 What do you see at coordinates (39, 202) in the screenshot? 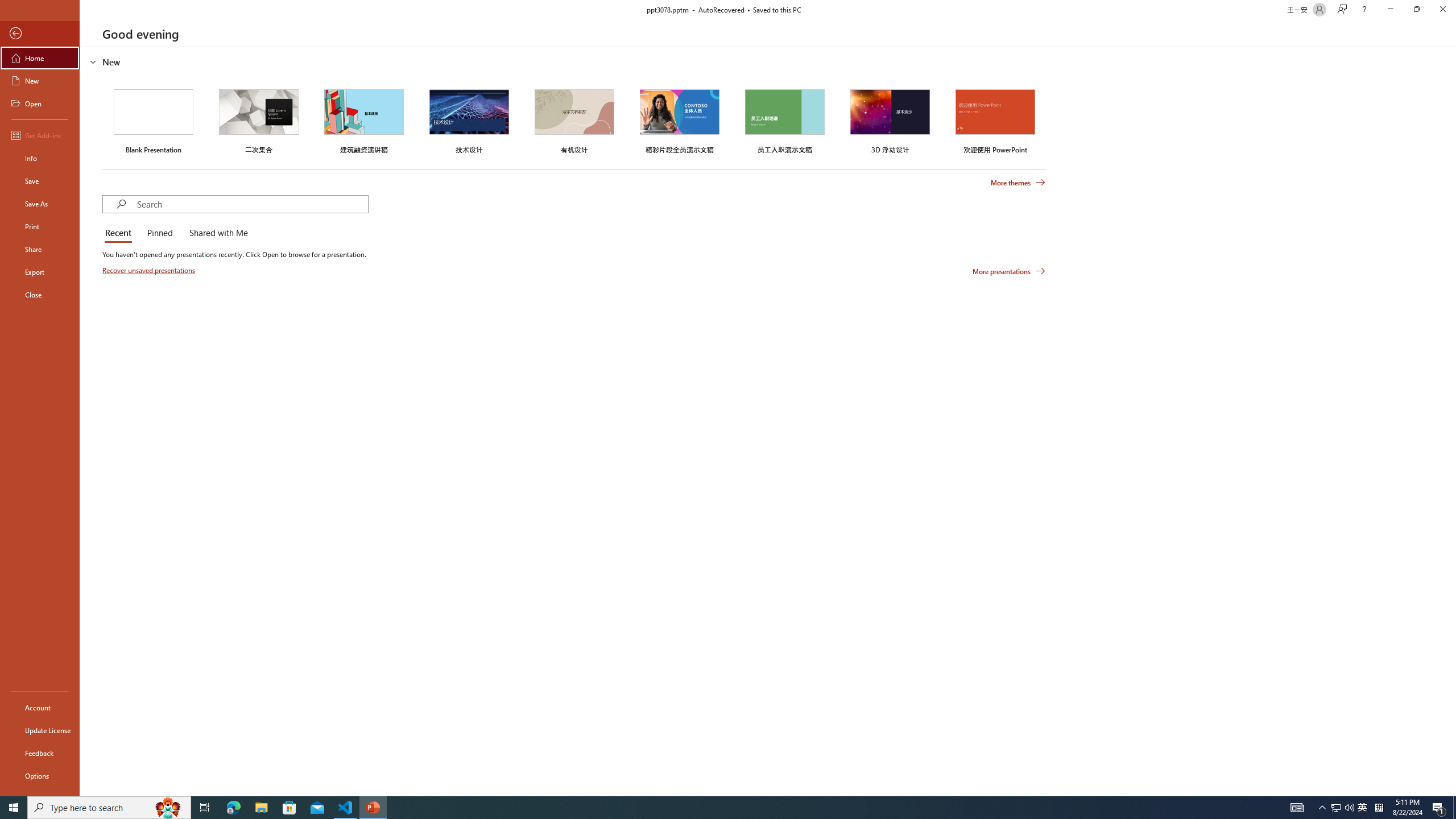
I see `'Save As'` at bounding box center [39, 202].